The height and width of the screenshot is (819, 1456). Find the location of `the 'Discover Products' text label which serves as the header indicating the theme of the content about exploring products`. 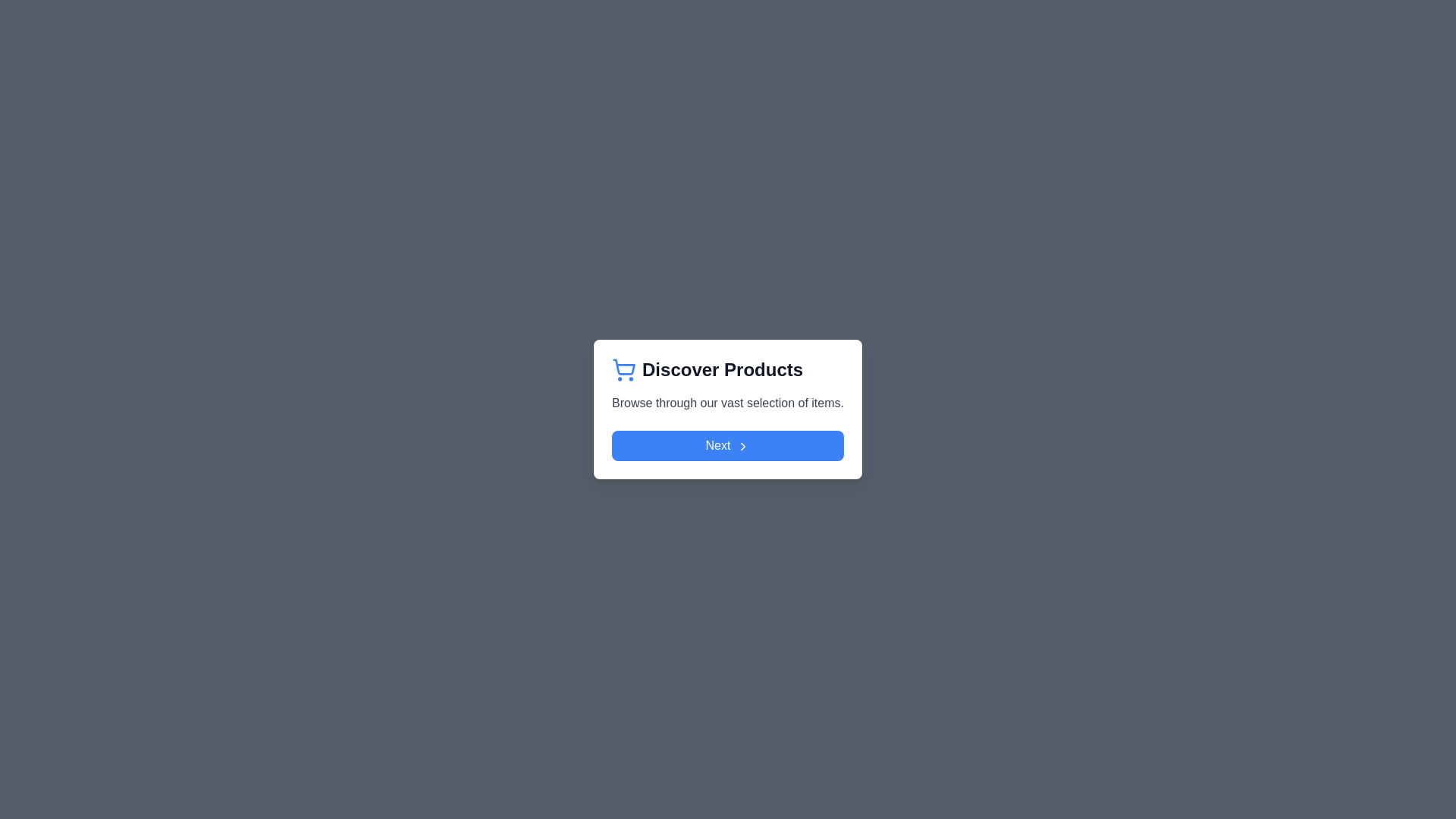

the 'Discover Products' text label which serves as the header indicating the theme of the content about exploring products is located at coordinates (722, 370).